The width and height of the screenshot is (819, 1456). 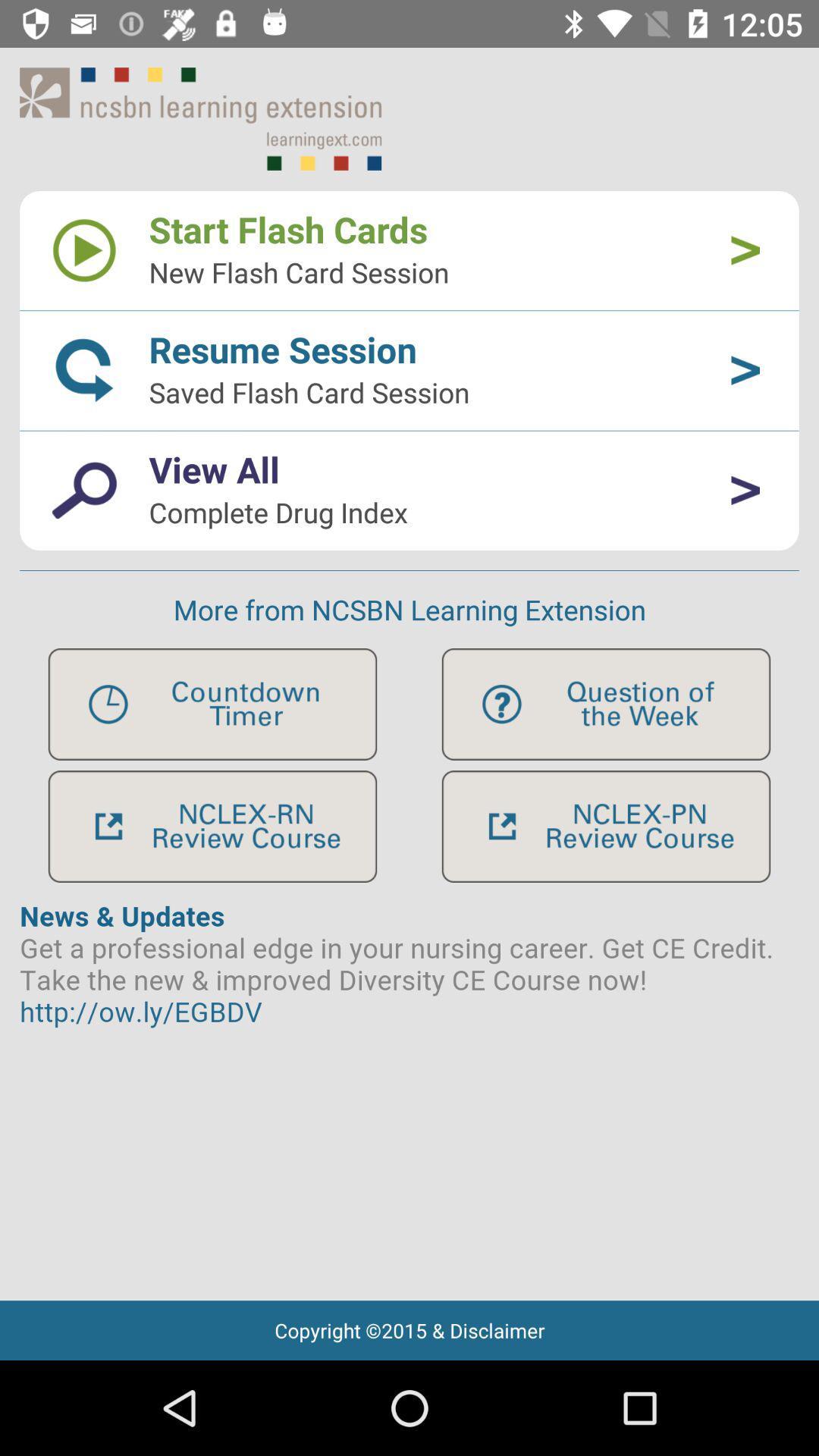 What do you see at coordinates (605, 826) in the screenshot?
I see `opens link in a new window` at bounding box center [605, 826].